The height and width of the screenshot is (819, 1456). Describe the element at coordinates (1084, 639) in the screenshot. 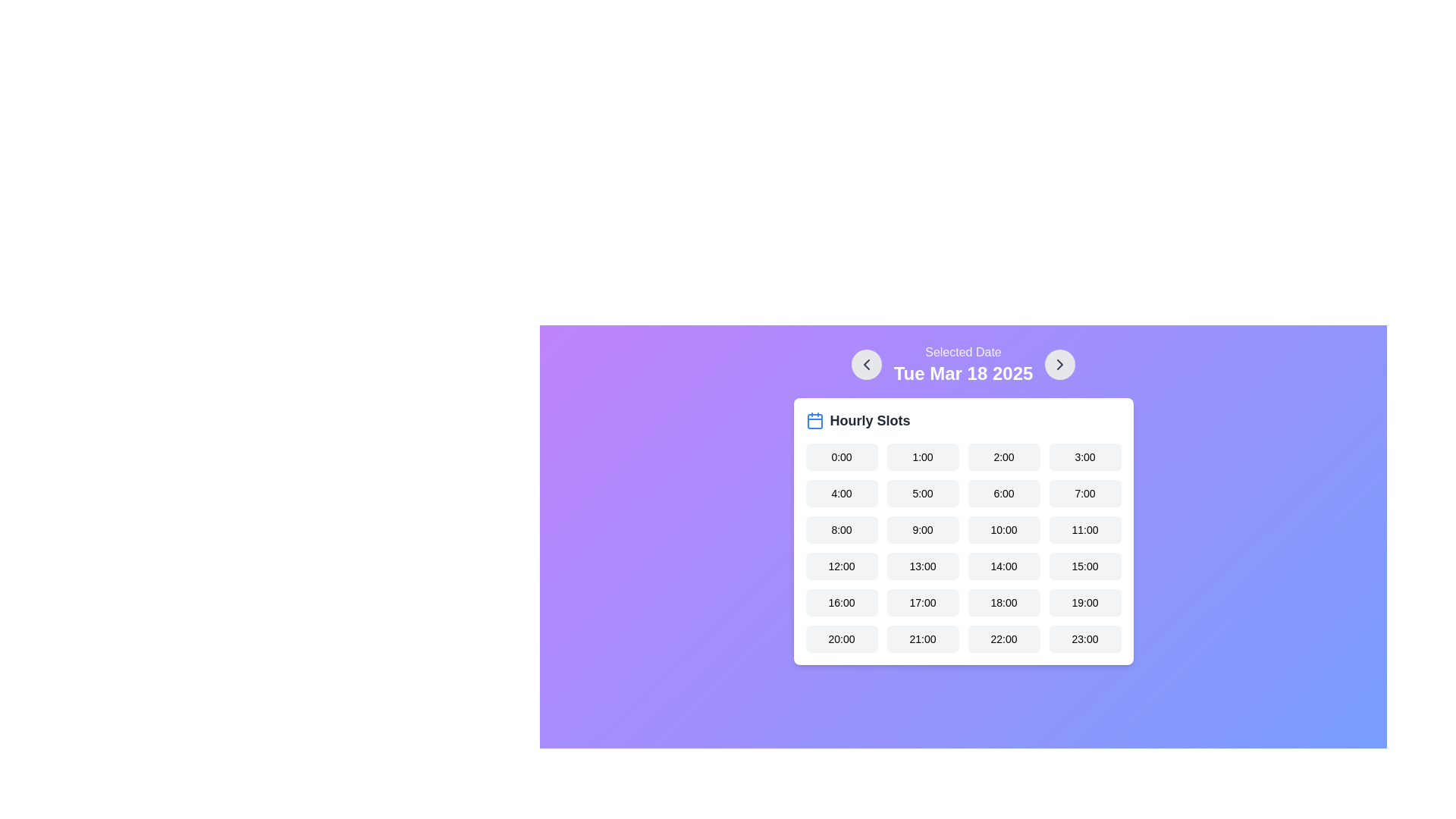

I see `the button located at the bottom right corner of the grid` at that location.